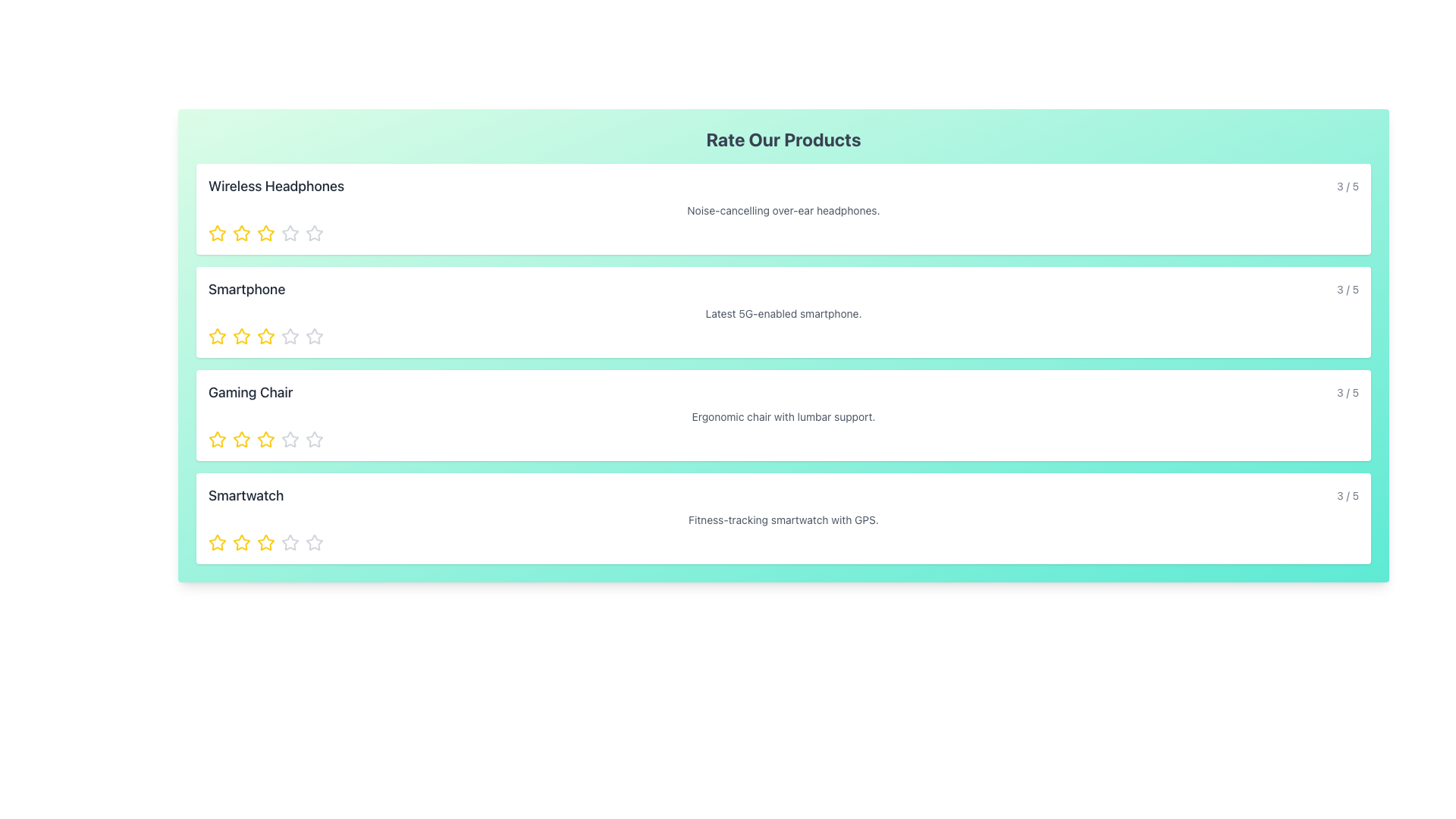  Describe the element at coordinates (240, 439) in the screenshot. I see `the first rating star for the 'Gaming Chair' product to rate it` at that location.